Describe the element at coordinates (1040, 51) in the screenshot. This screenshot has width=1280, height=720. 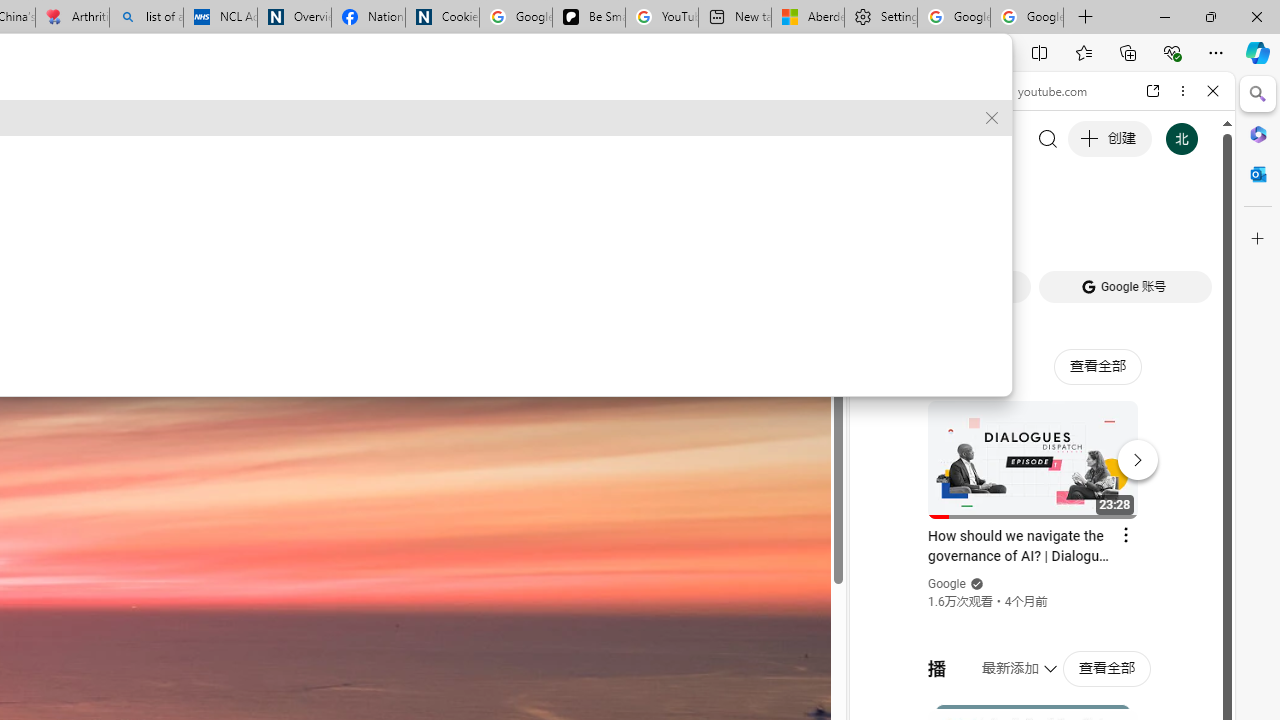
I see `'Split screen'` at that location.